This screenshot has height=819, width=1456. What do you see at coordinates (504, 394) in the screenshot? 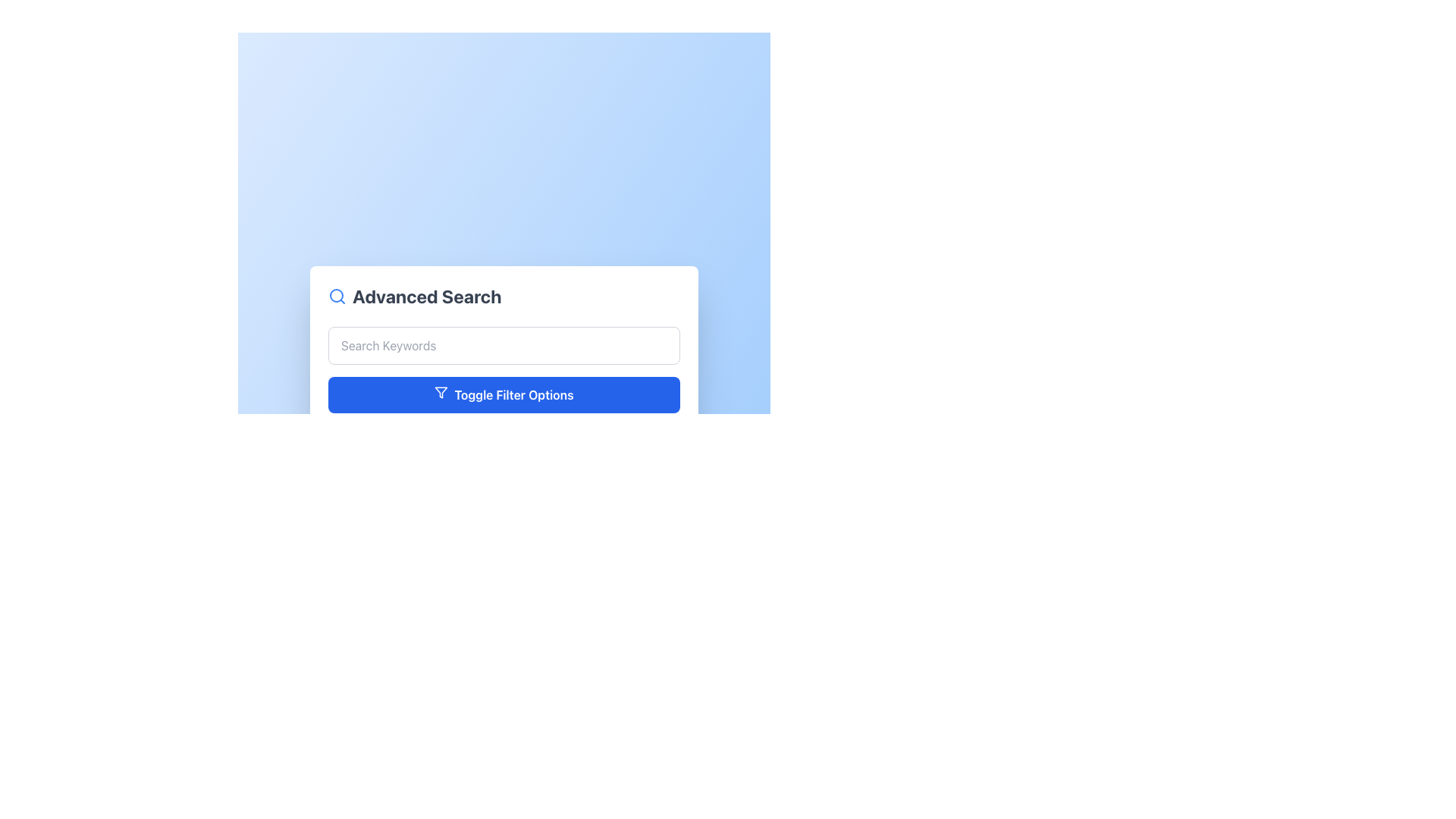
I see `filter options toggle button located below the keyword input field in the search interface for accessibility features` at bounding box center [504, 394].